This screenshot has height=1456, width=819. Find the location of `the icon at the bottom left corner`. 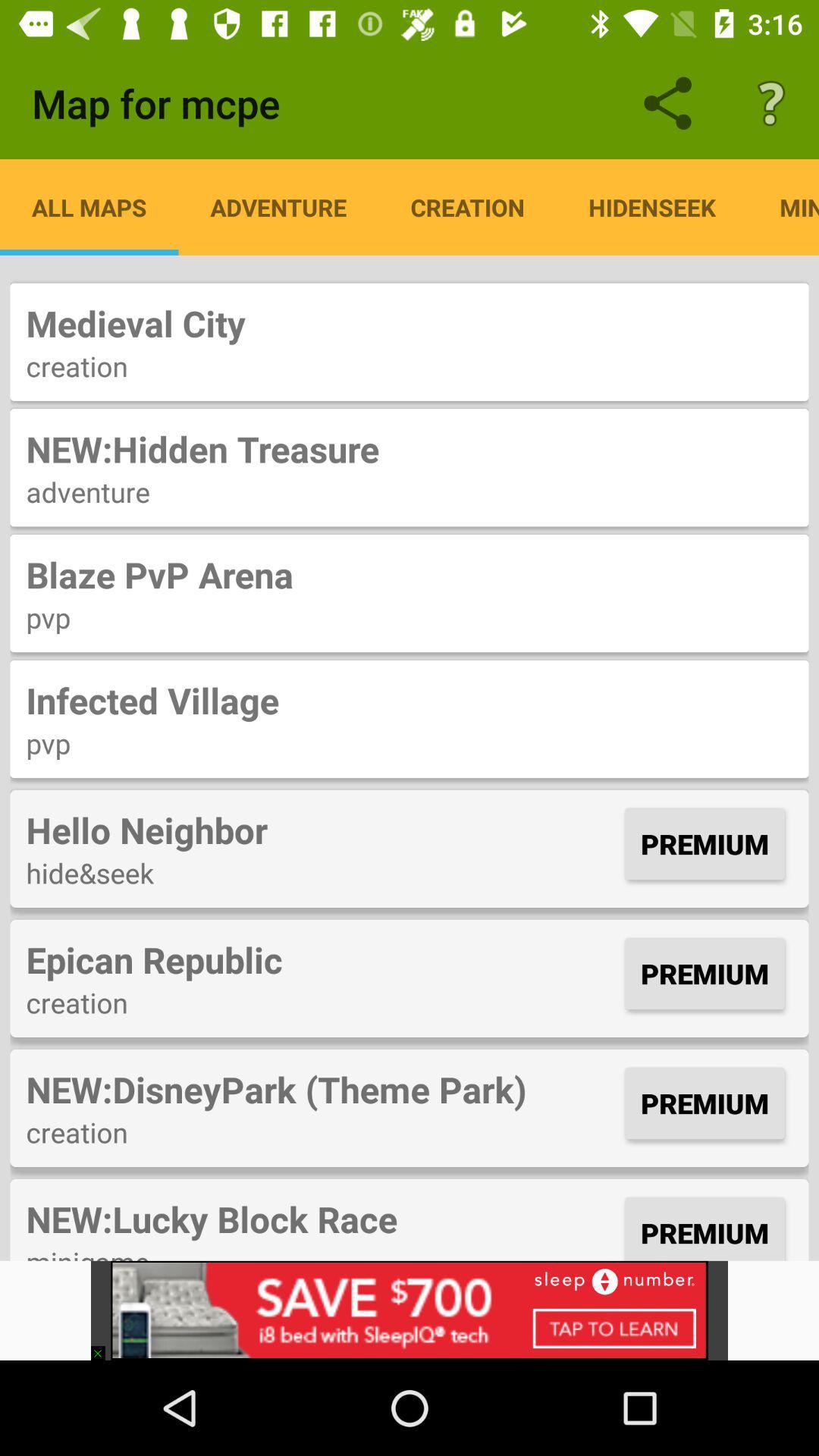

the icon at the bottom left corner is located at coordinates (104, 1346).